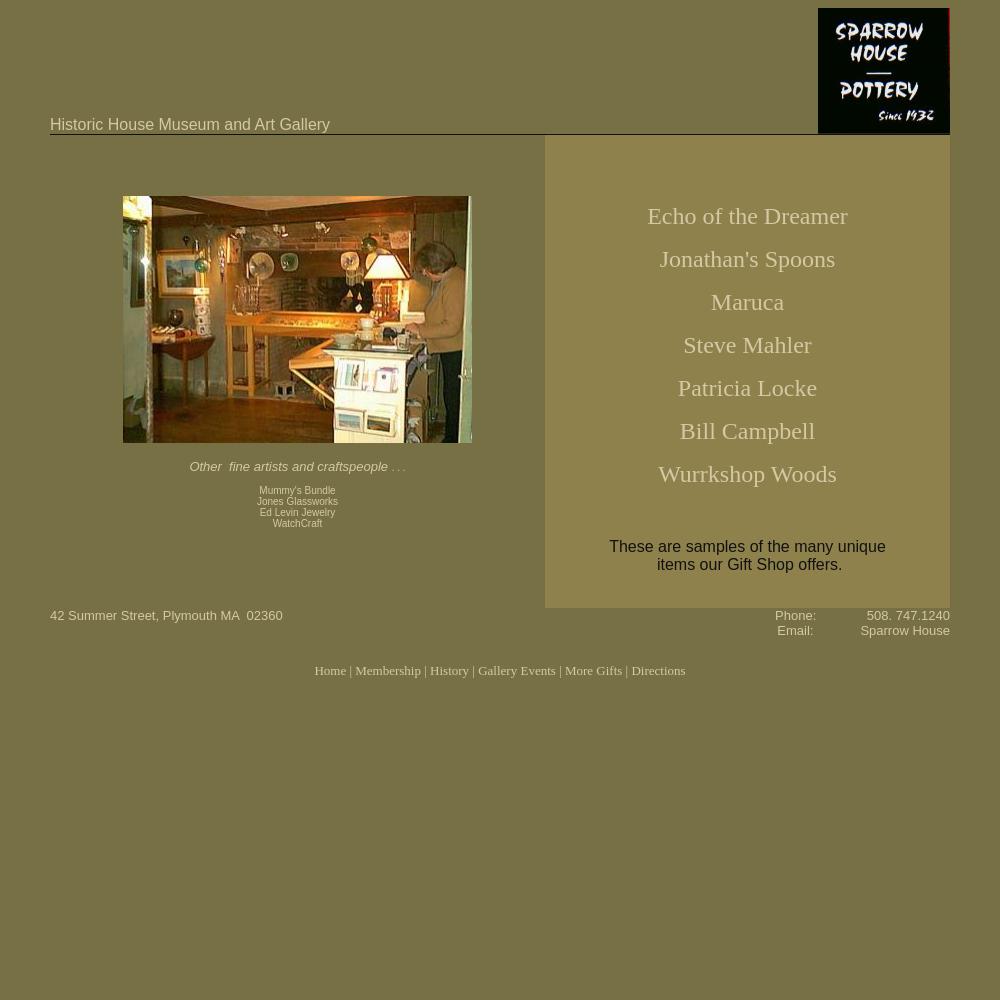 The height and width of the screenshot is (1000, 1000). Describe the element at coordinates (391, 466) in the screenshot. I see `'. . .'` at that location.